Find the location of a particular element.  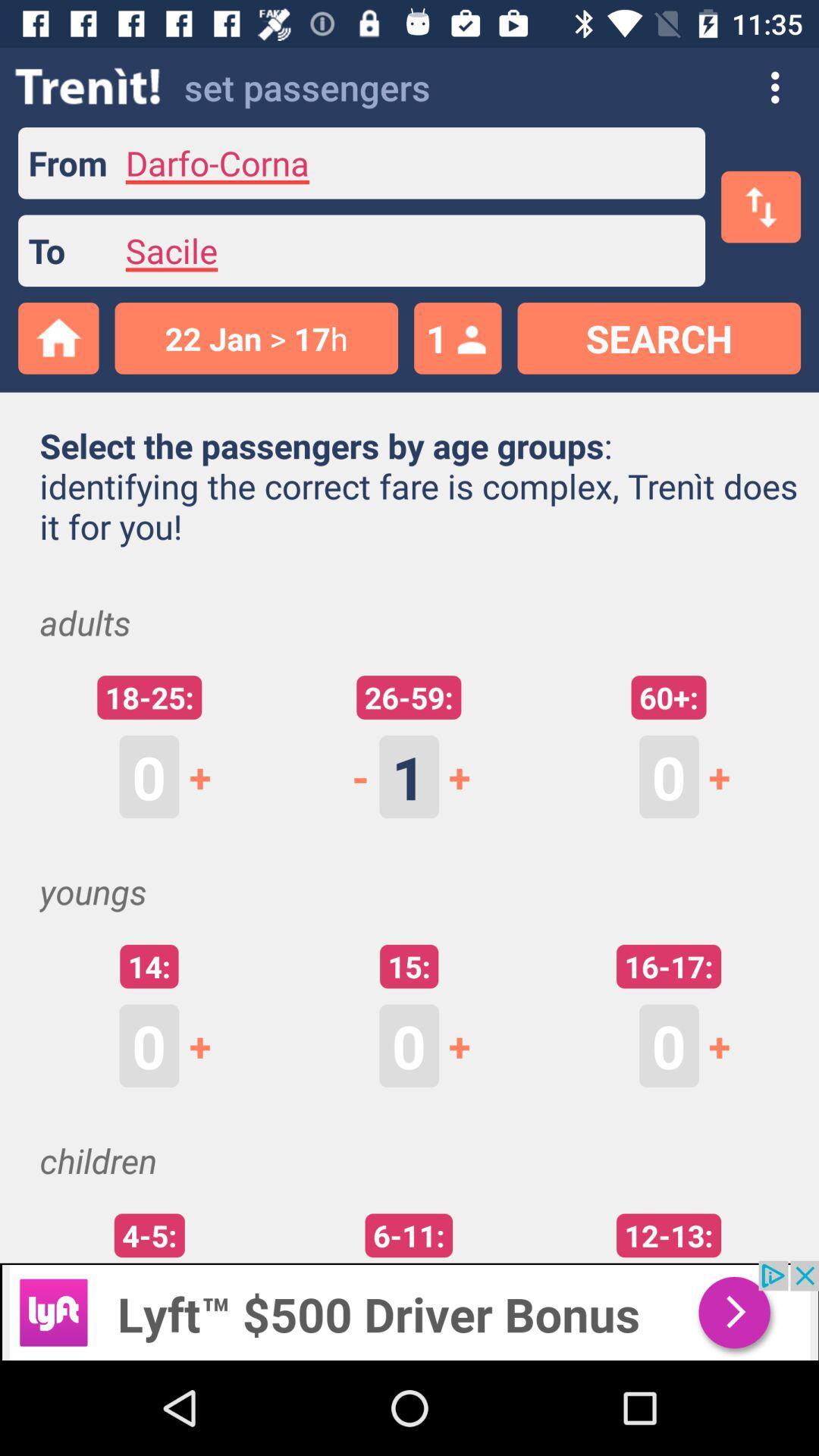

the profile icon next to the number 1 is located at coordinates (467, 342).